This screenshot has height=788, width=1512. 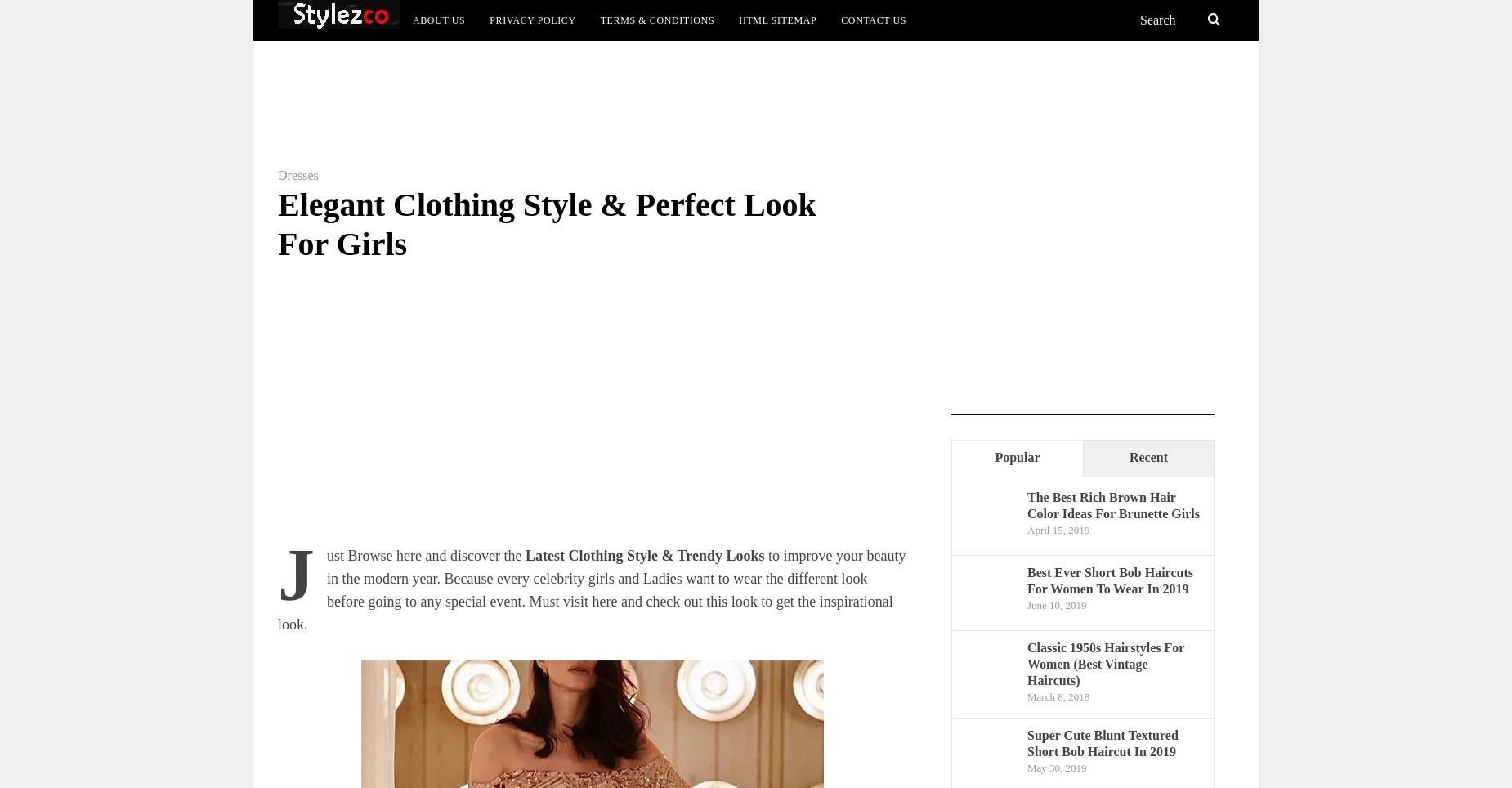 I want to click on 'Bob Haircuts', so click(x=1017, y=115).